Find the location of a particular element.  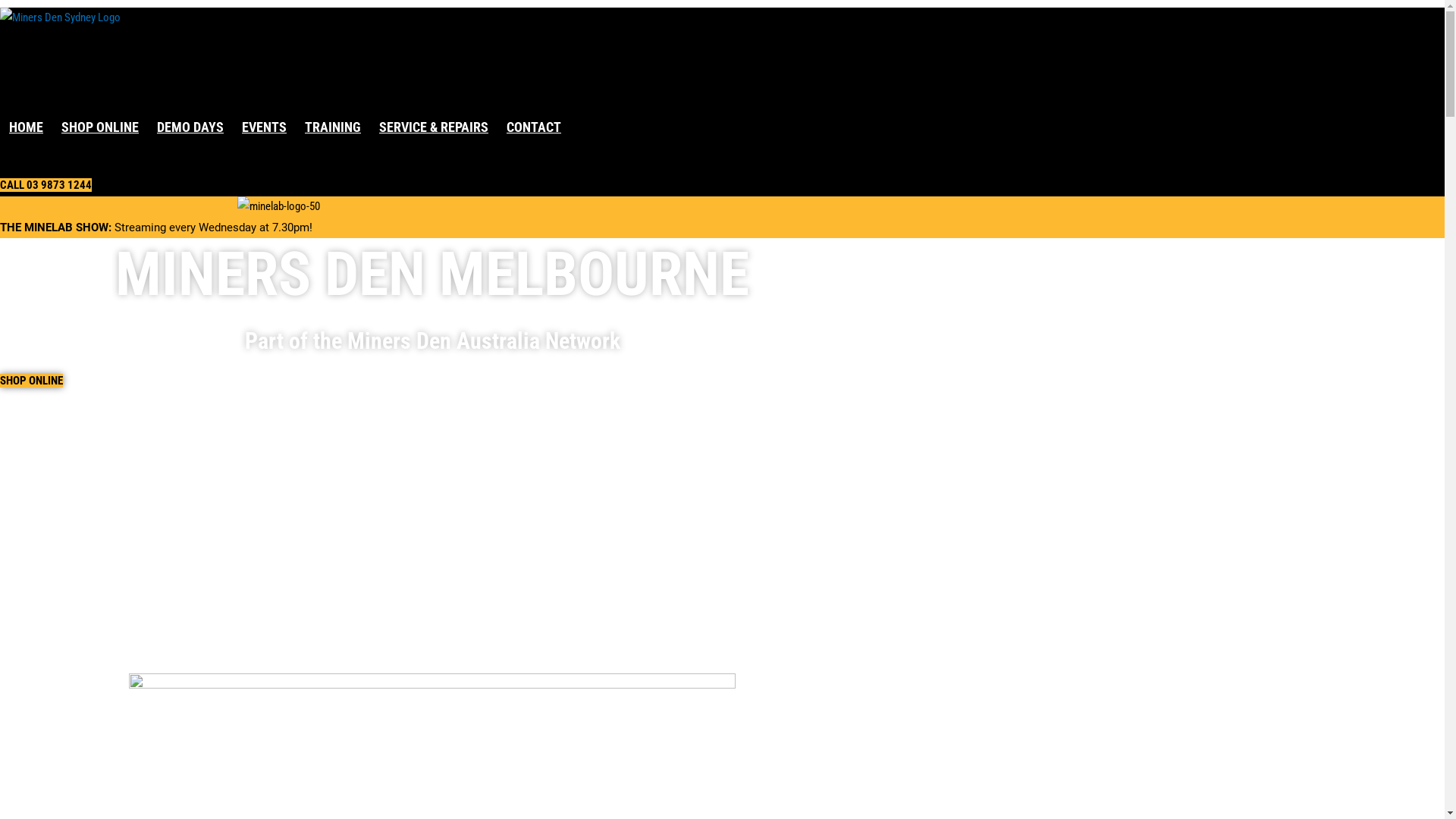

'DEMO DAYS' is located at coordinates (189, 127).